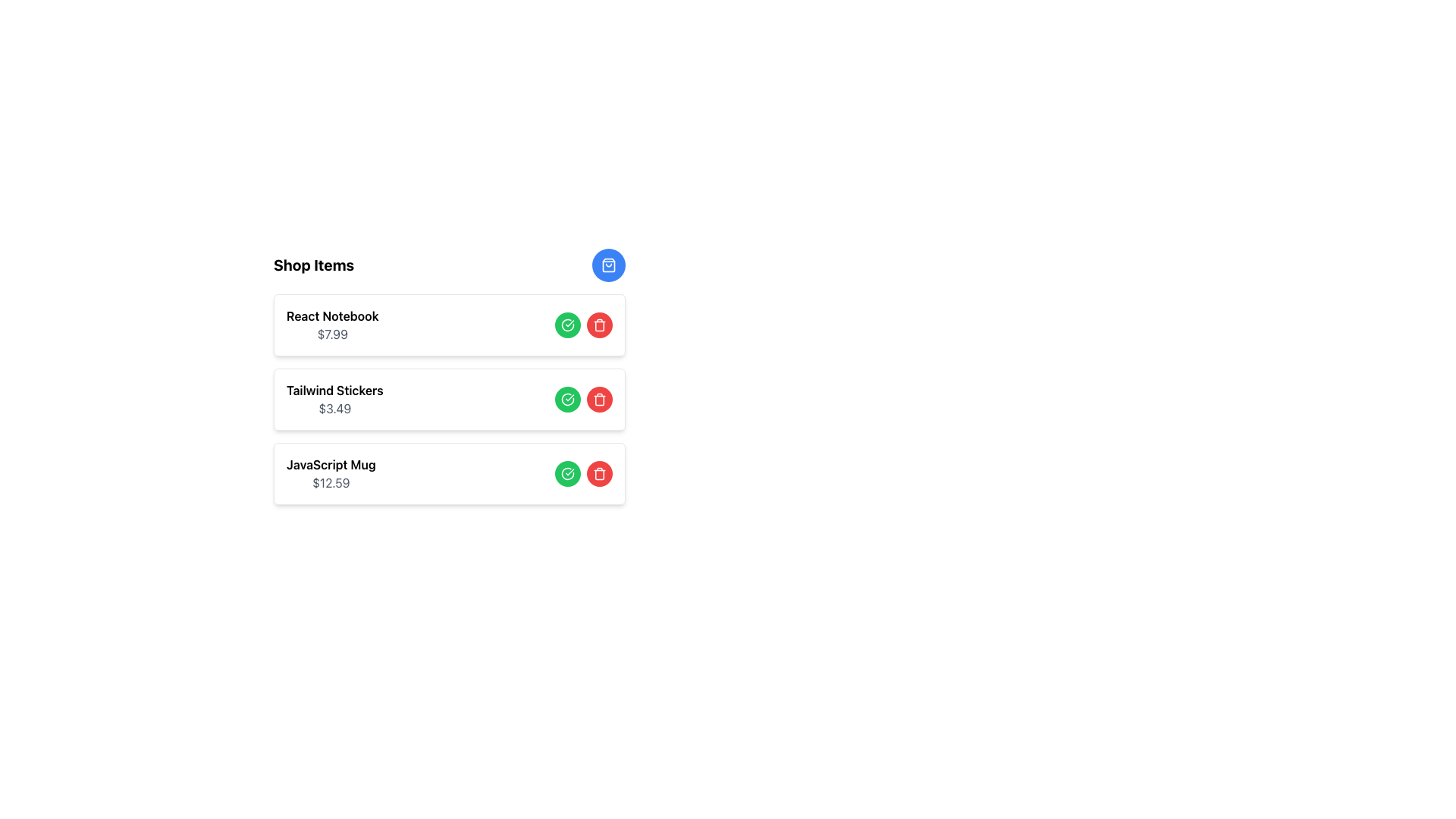 The height and width of the screenshot is (819, 1456). I want to click on the Icon Button that confirms or verifies a product item in the second list item of the vertical product list, so click(566, 399).